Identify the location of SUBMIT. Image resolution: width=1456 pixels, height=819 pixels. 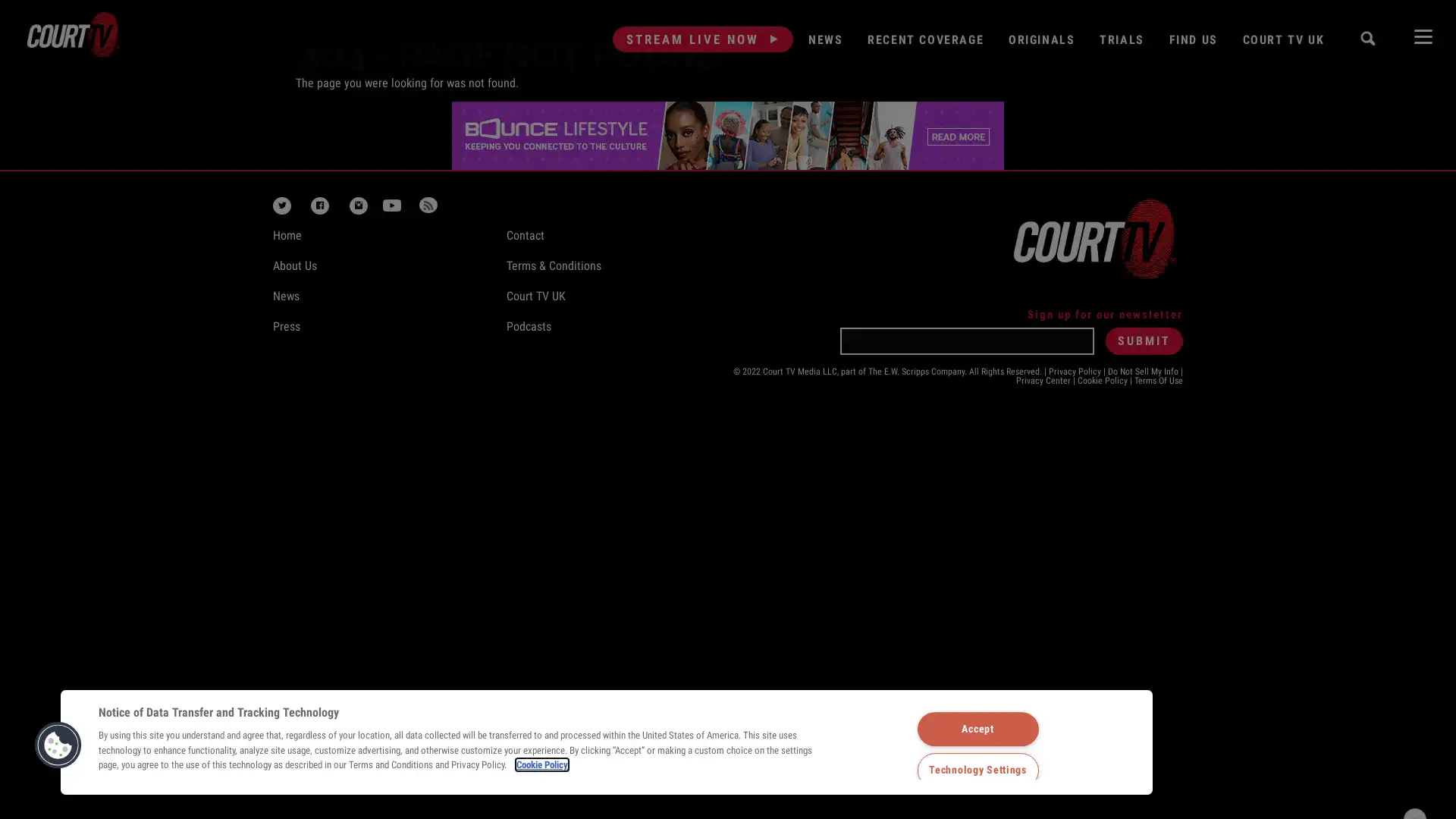
(1144, 339).